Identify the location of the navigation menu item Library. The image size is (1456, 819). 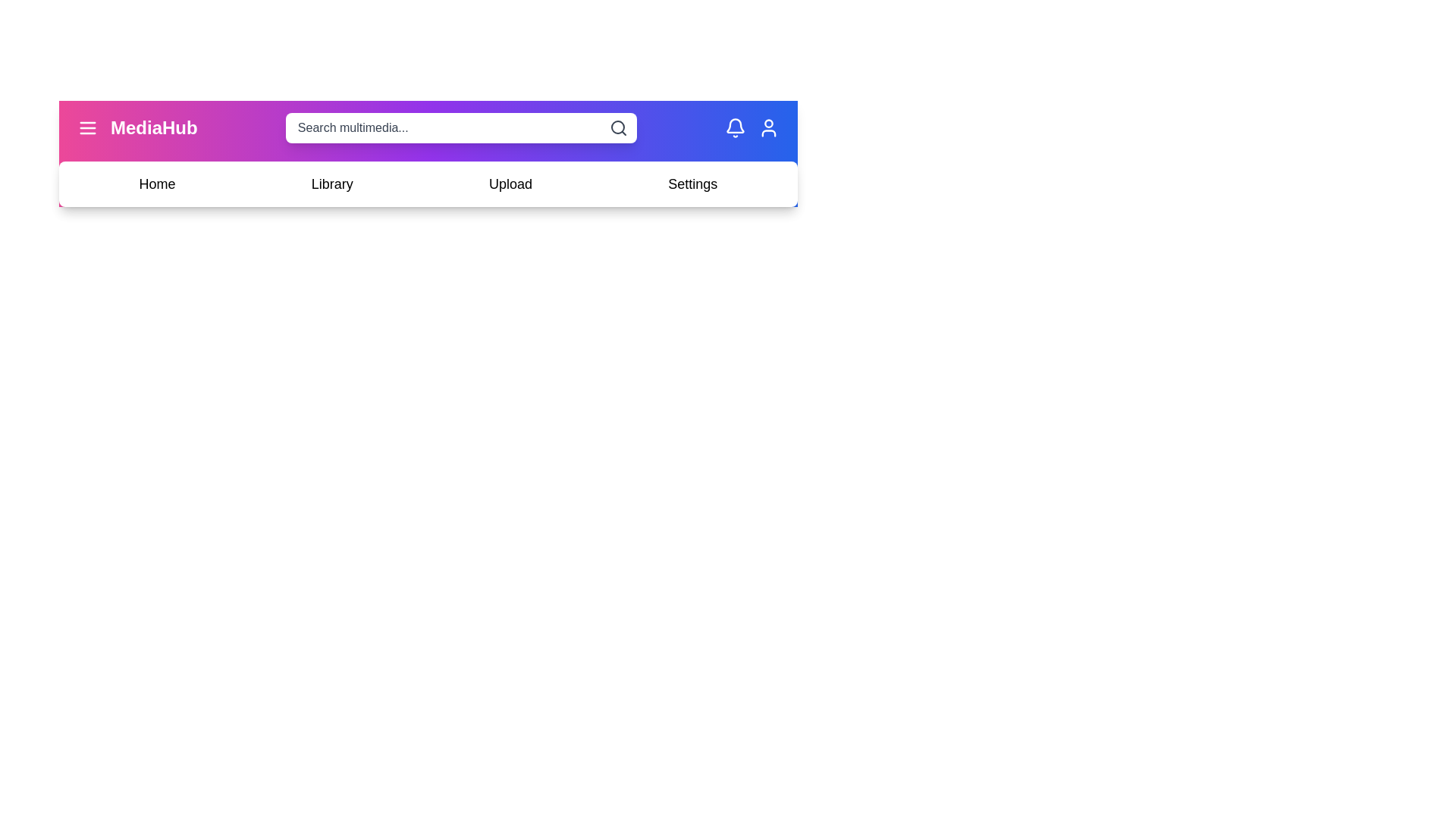
(331, 184).